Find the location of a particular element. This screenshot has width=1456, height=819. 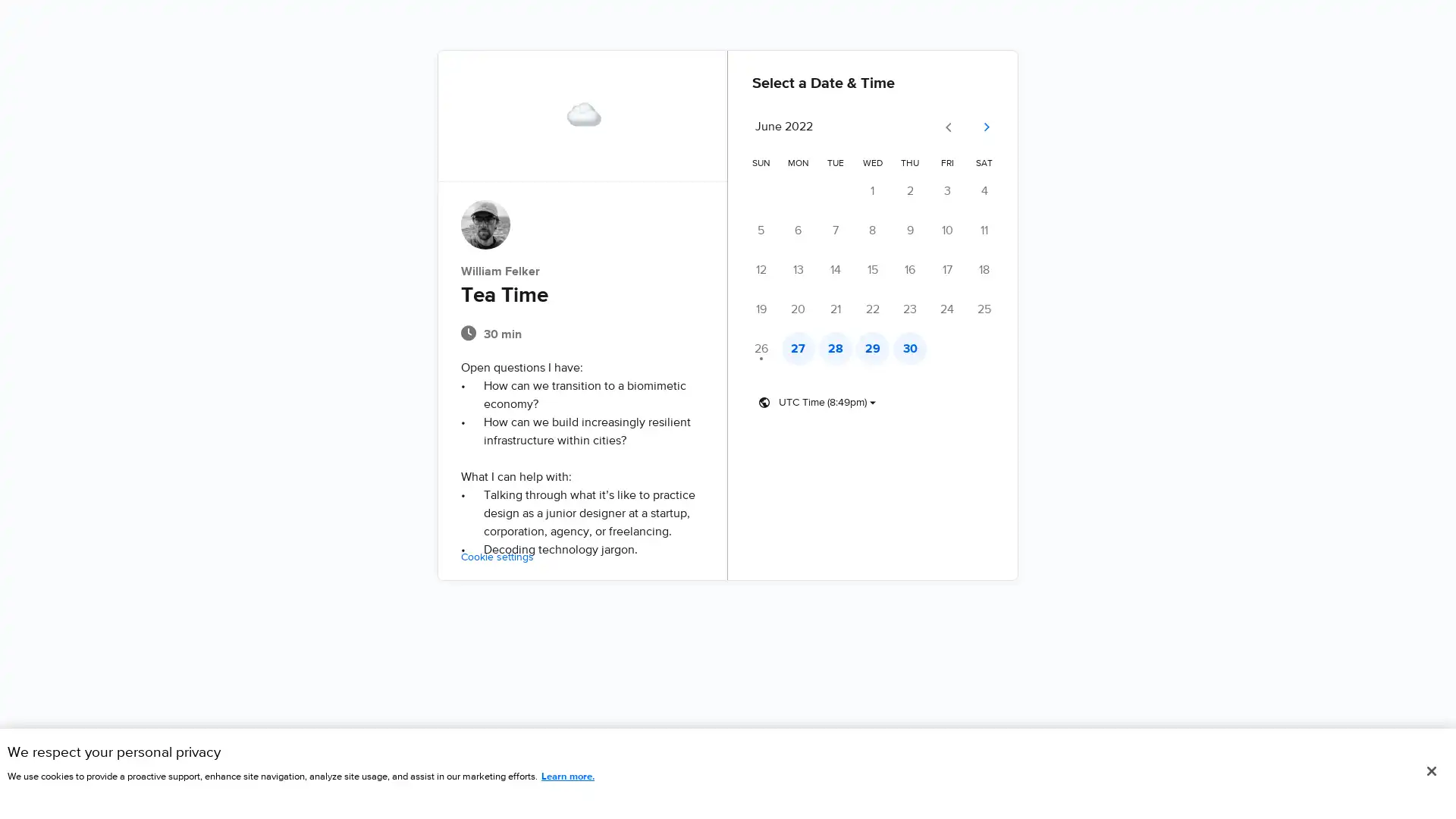

Monday, June 27 - Times available is located at coordinates (800, 348).